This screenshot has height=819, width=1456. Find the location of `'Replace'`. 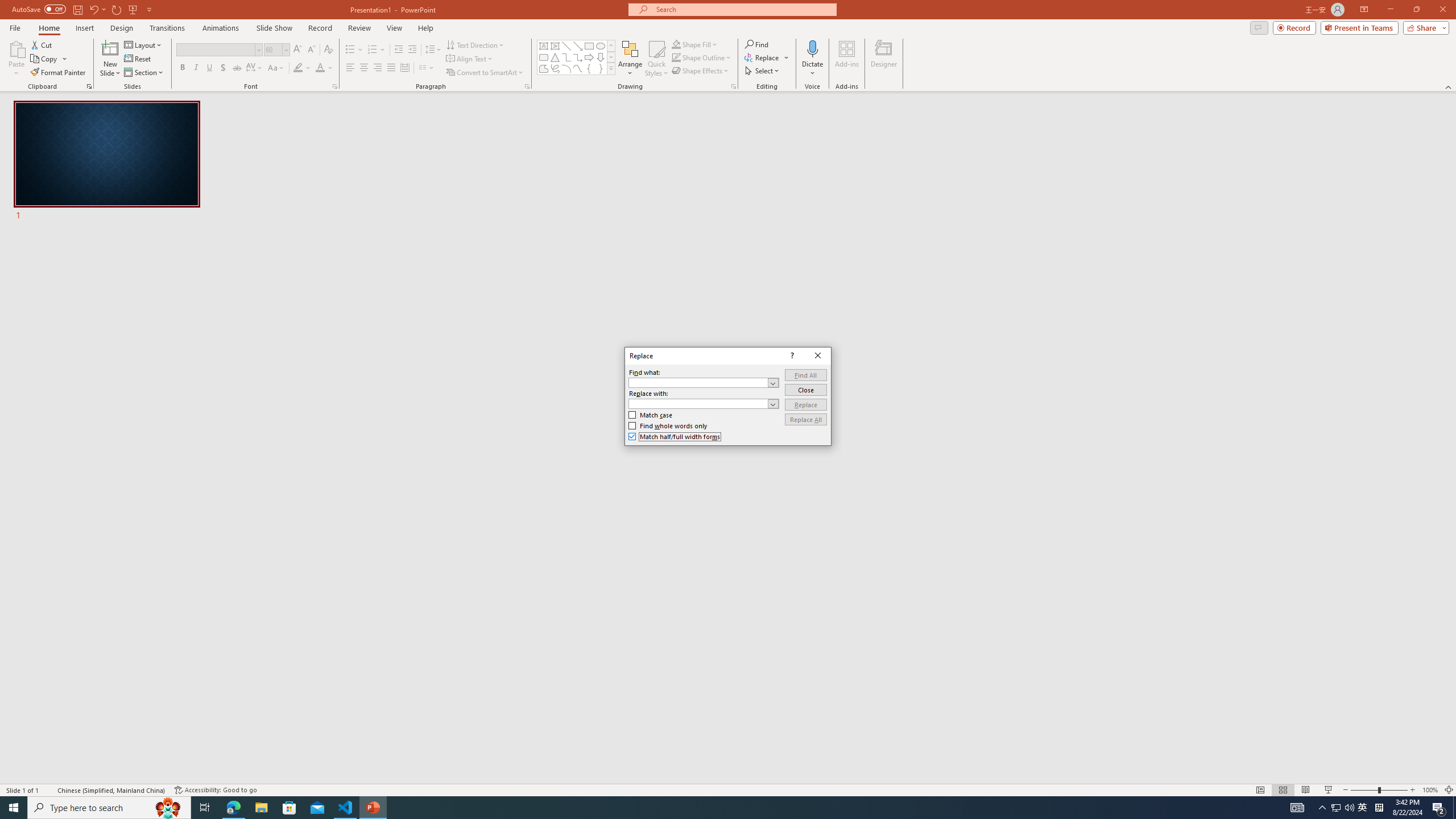

'Replace' is located at coordinates (805, 404).